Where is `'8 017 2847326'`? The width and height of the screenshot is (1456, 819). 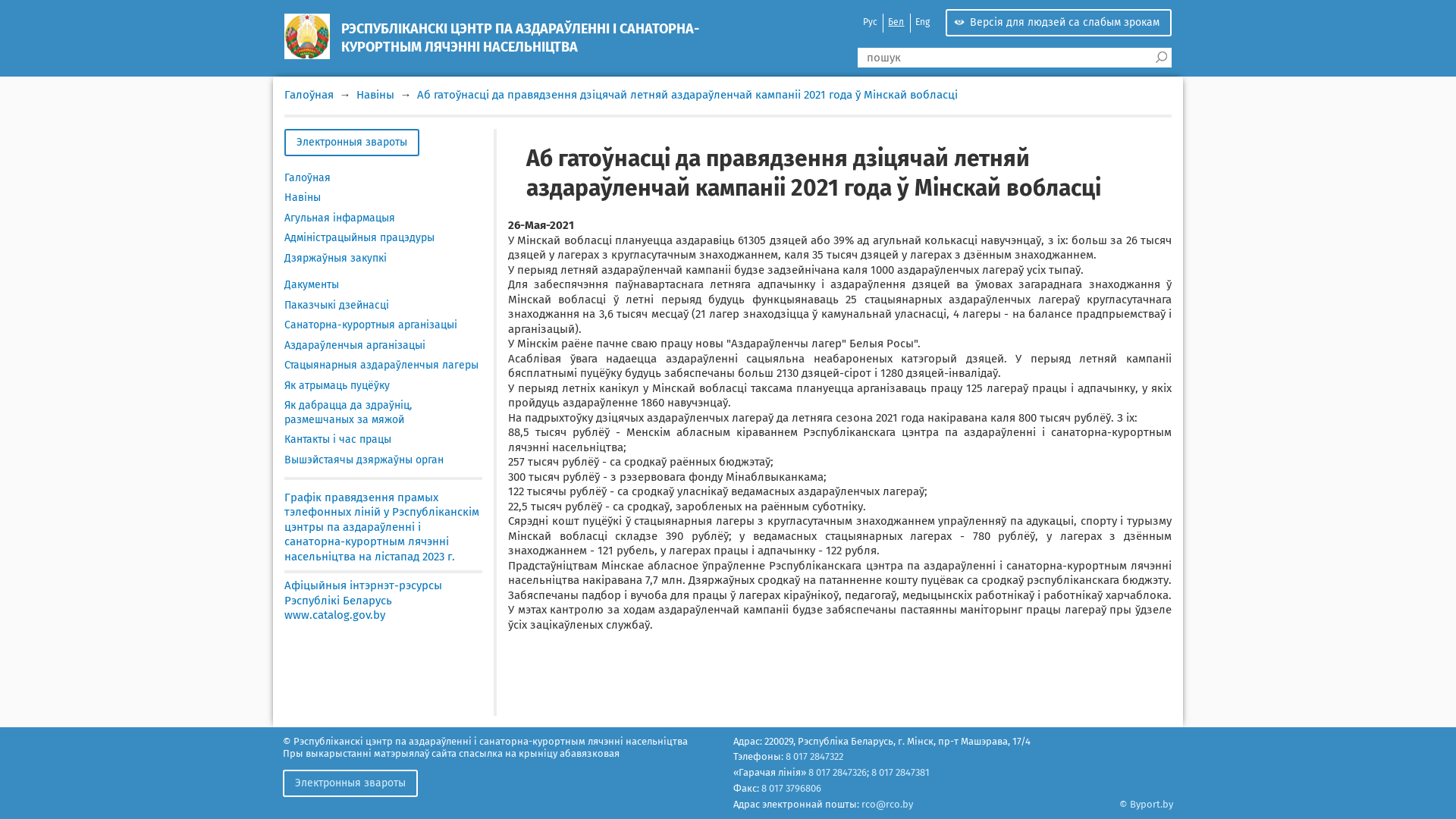
'8 017 2847326' is located at coordinates (836, 772).